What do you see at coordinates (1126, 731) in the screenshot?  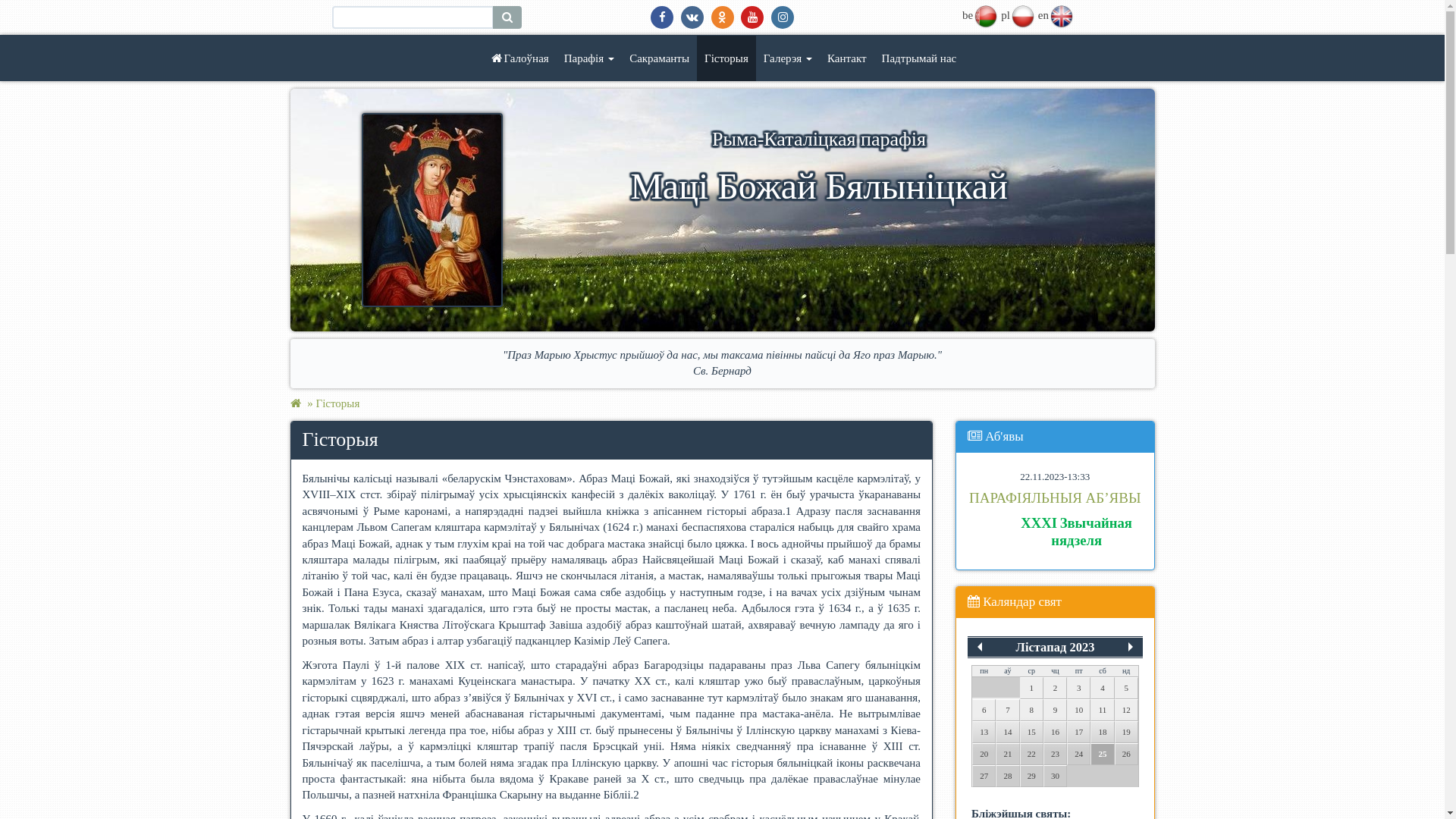 I see `'19'` at bounding box center [1126, 731].